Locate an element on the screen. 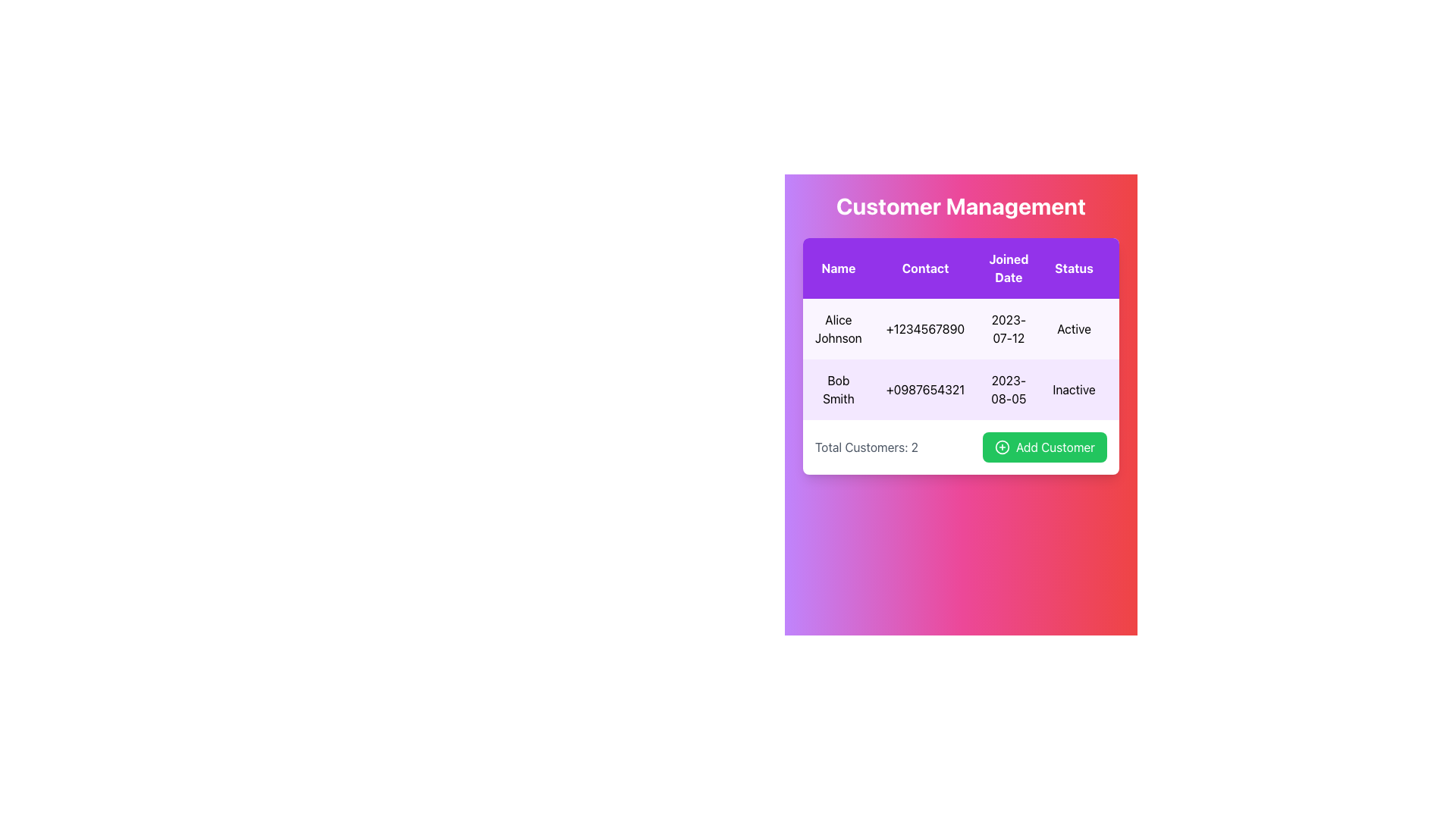  the text label inside the green button at the bottom-right corner of the customer management module is located at coordinates (1054, 447).